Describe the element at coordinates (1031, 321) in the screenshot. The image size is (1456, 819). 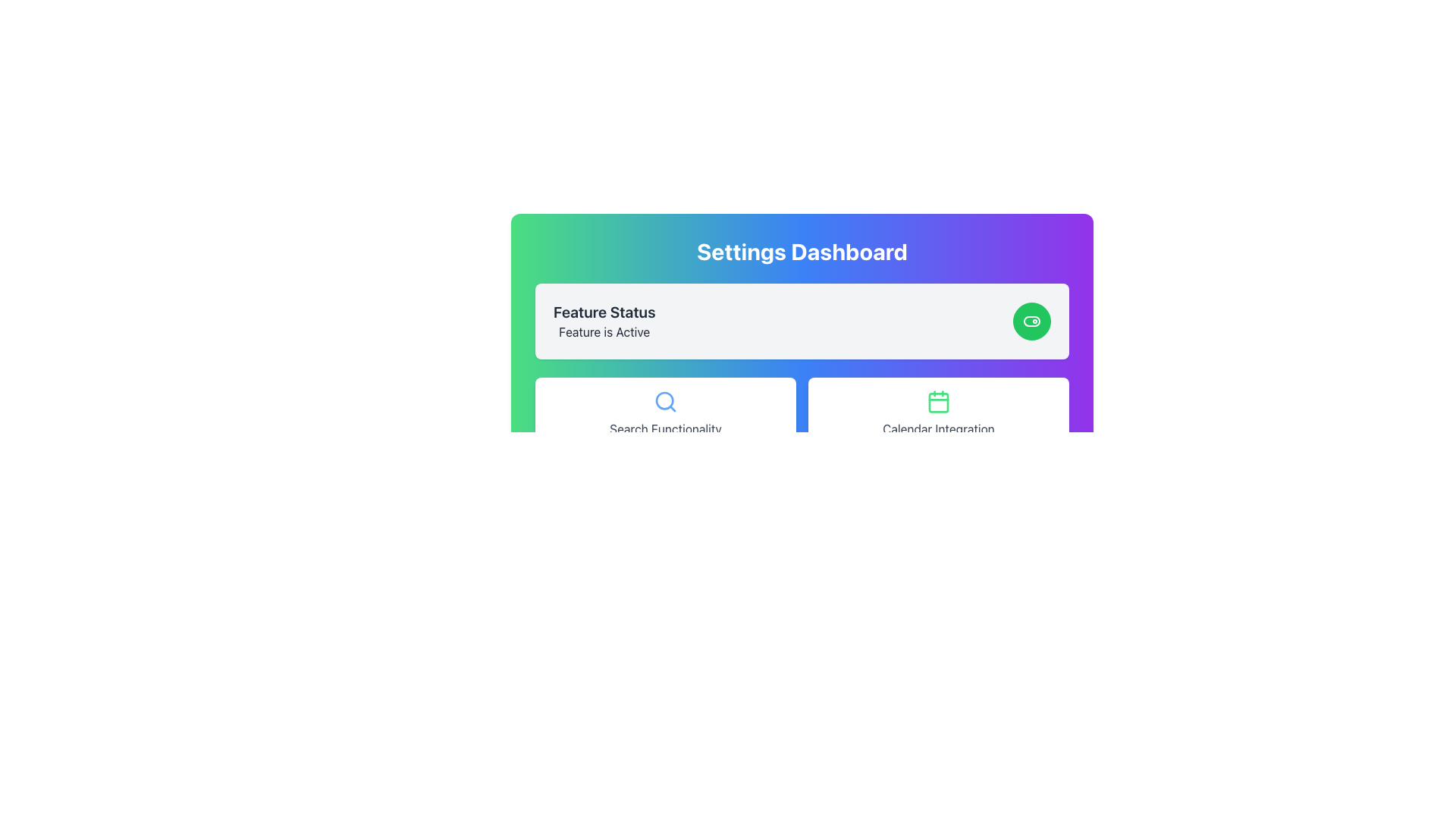
I see `the state of the toggle switch icon located near the top-right of a card in the dashboard interface` at that location.